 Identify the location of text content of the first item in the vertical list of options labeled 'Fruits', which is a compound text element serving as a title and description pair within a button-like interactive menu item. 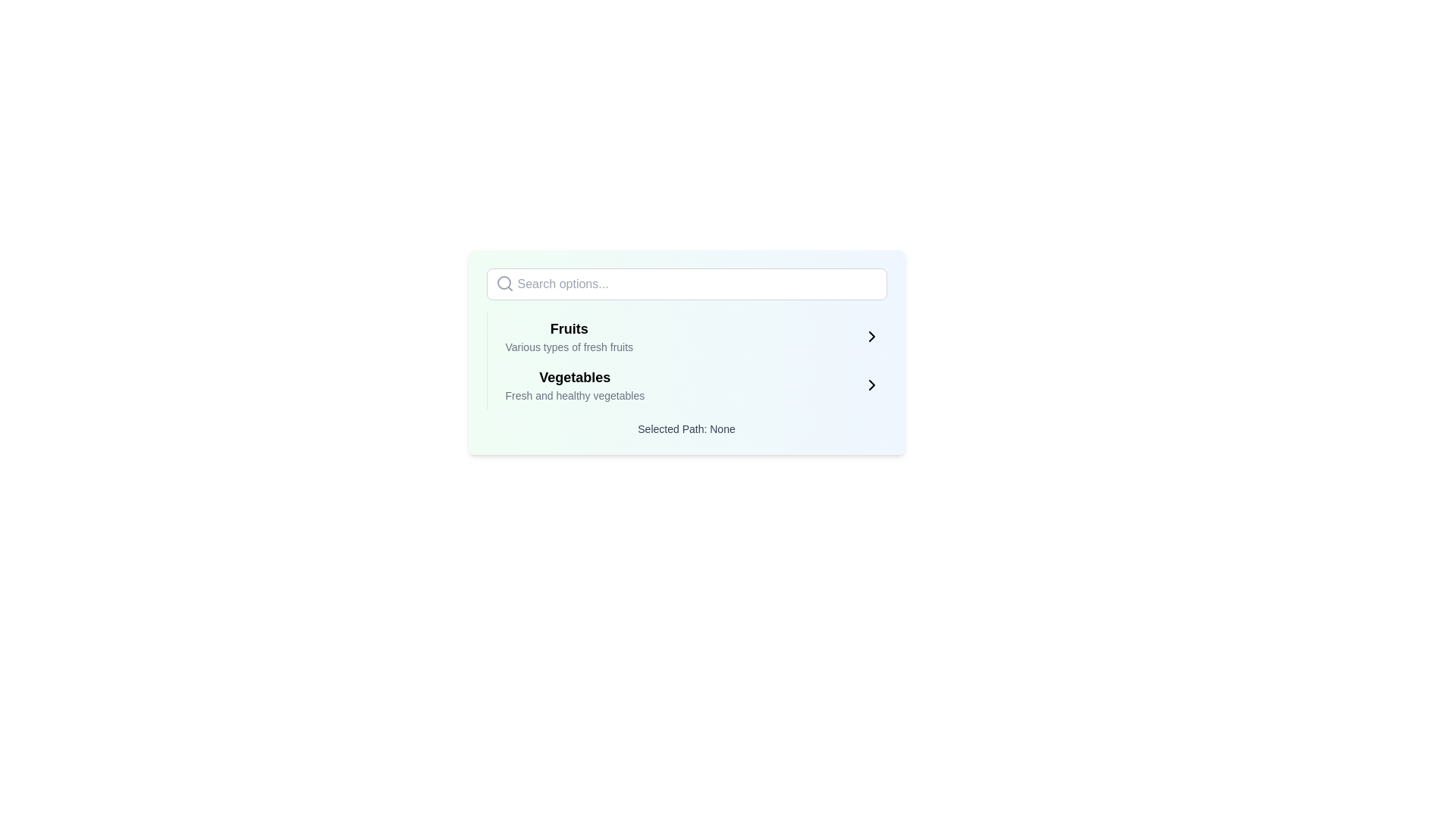
(568, 335).